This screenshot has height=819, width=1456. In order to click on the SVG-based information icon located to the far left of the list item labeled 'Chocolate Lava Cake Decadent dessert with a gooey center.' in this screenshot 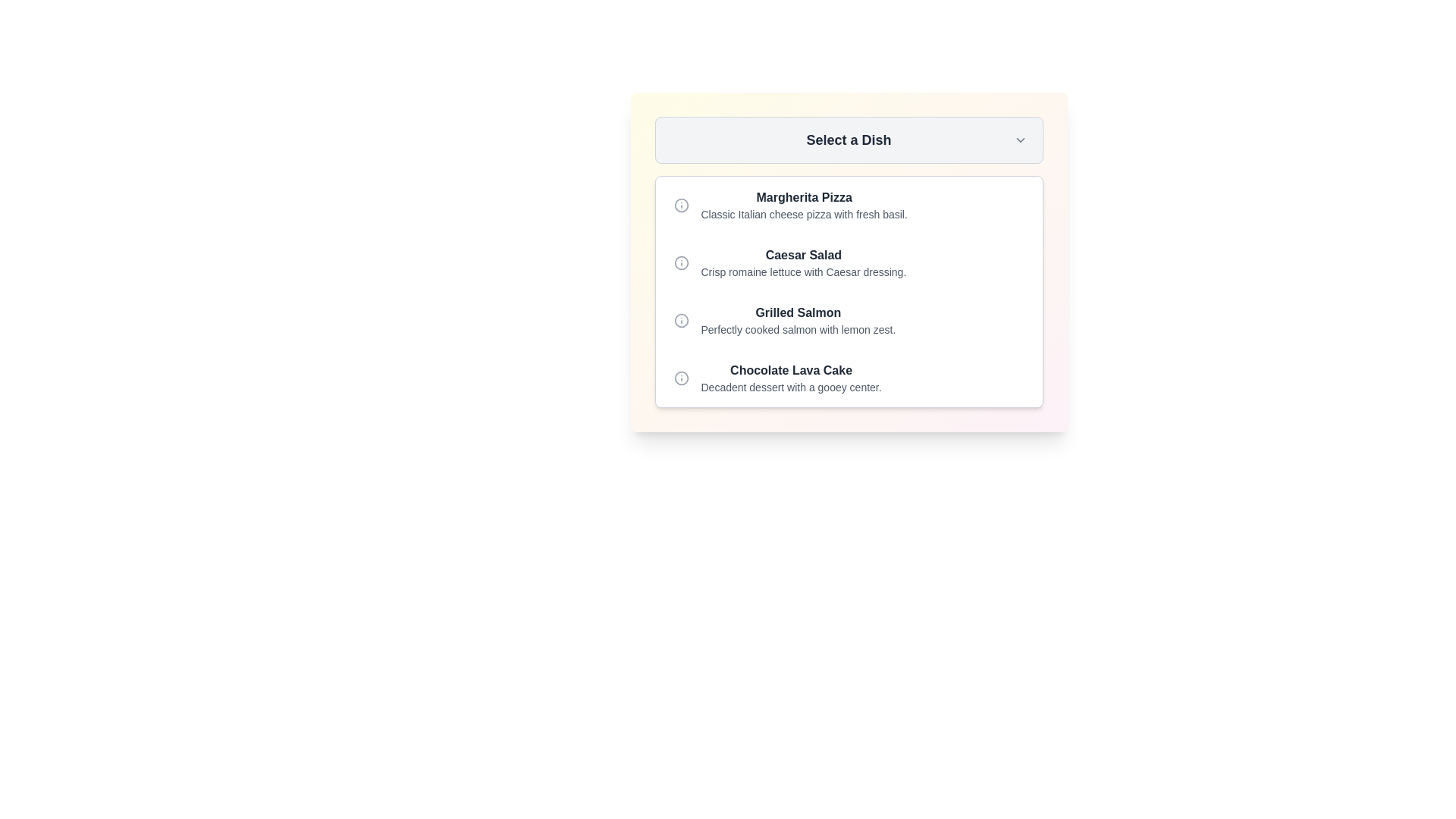, I will do `click(680, 377)`.